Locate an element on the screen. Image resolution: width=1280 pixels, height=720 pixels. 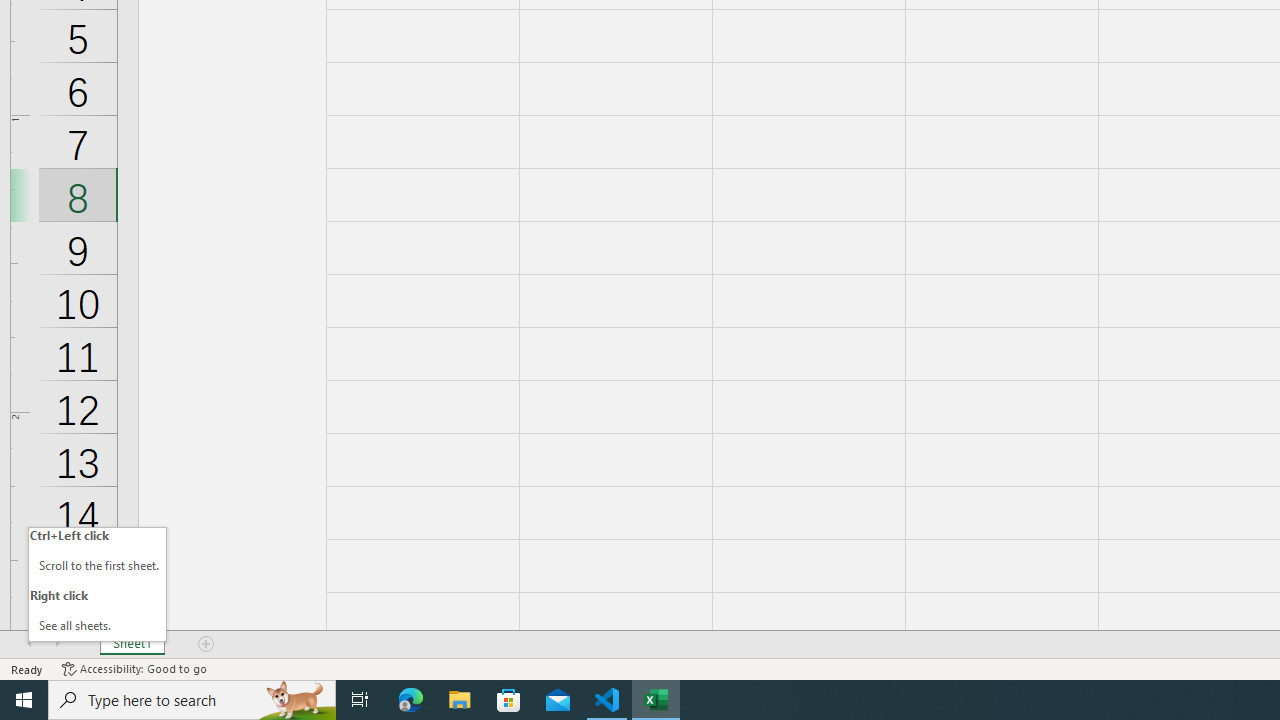
'Add Sheet' is located at coordinates (207, 644).